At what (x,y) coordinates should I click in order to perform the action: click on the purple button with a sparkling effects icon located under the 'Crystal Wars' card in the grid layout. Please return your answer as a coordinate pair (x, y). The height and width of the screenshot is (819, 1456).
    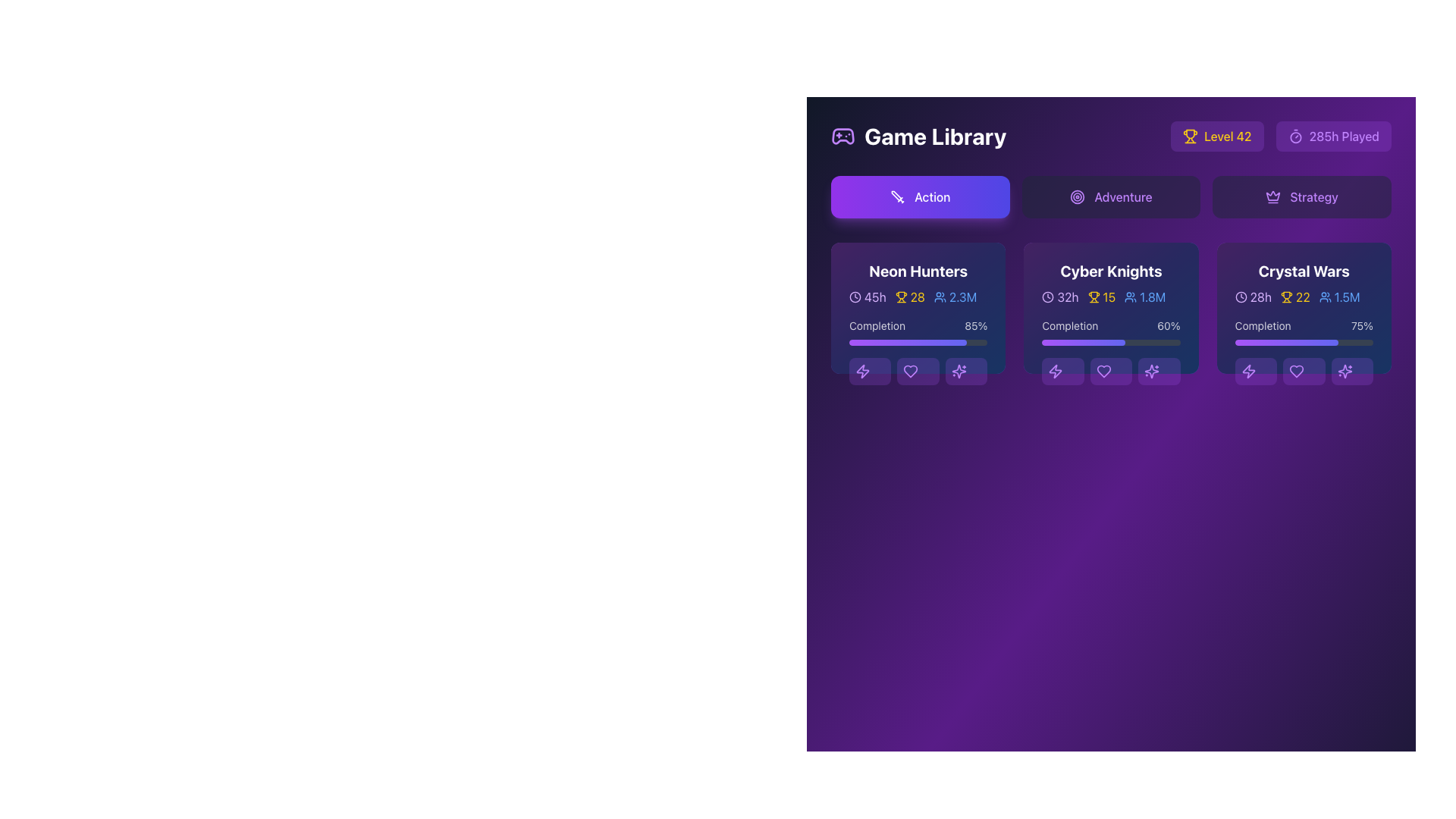
    Looking at the image, I should click on (1352, 371).